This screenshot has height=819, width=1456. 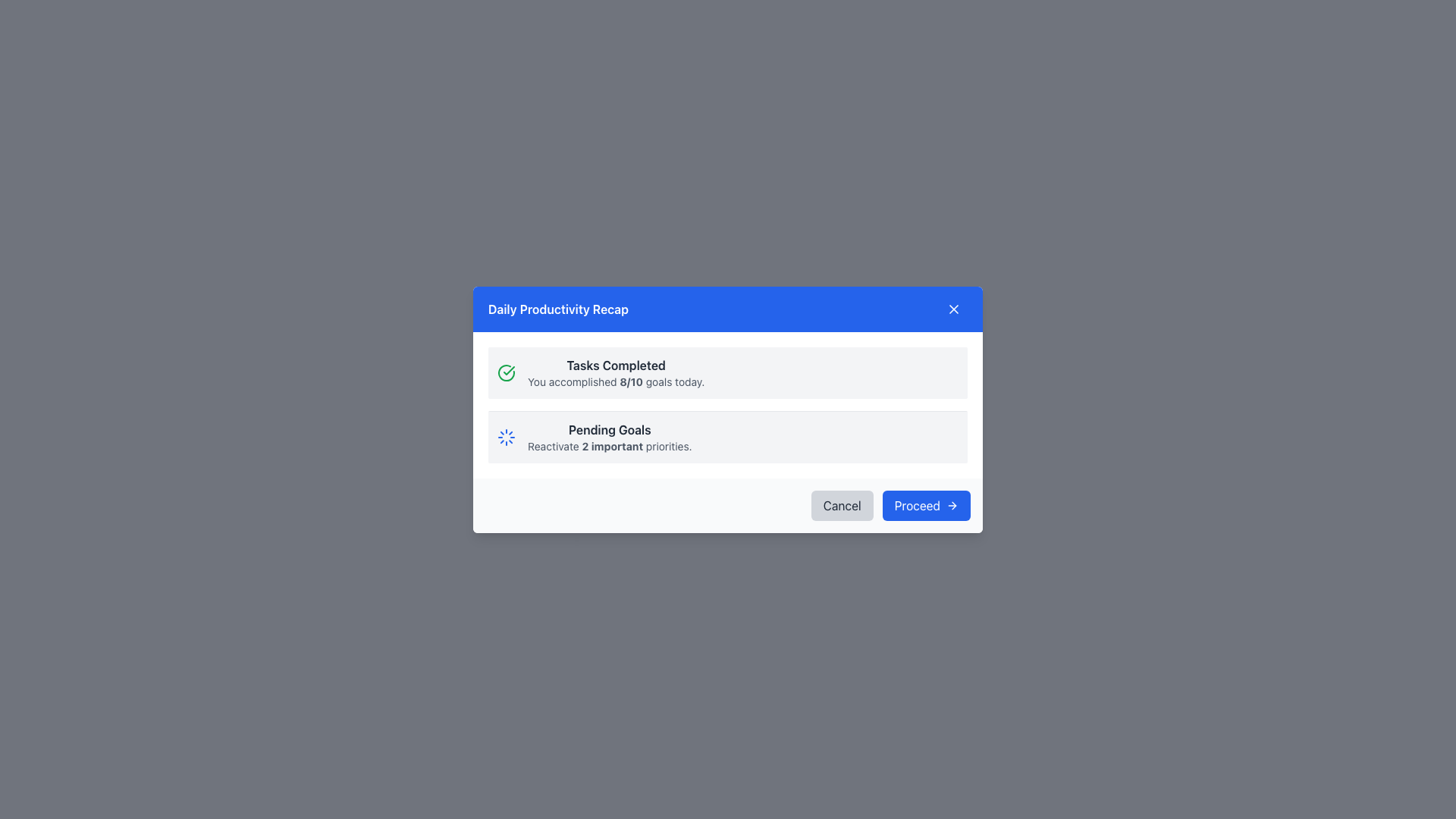 I want to click on the text block displaying 'Tasks Completed' with the summary 'You accomplished 8/10 goals today.' located centrally in the main dialog box, directly to the right of a green icon, so click(x=616, y=372).